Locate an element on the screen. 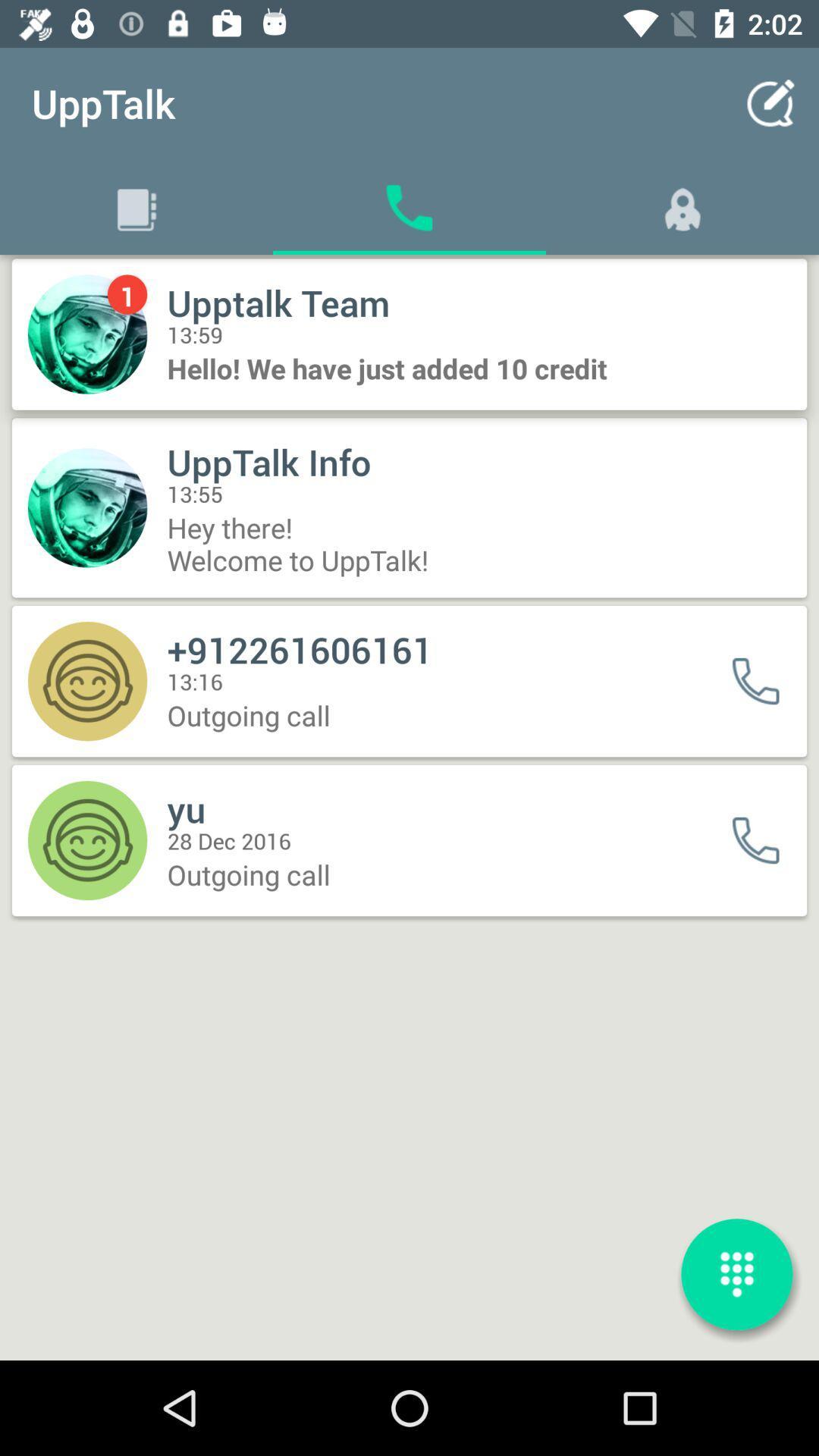 This screenshot has width=819, height=1456. dial pad option is located at coordinates (736, 1274).